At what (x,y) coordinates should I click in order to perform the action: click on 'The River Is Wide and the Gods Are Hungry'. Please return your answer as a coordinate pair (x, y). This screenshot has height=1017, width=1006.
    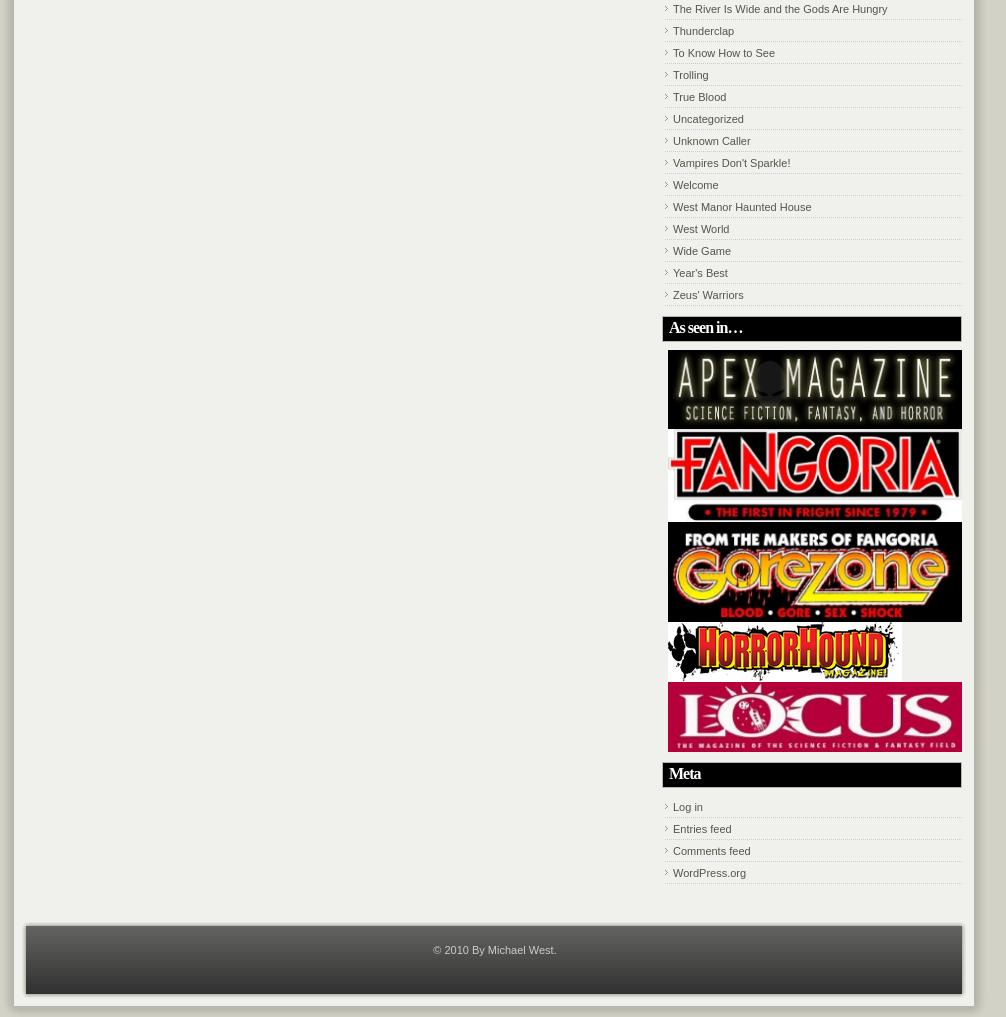
    Looking at the image, I should click on (673, 7).